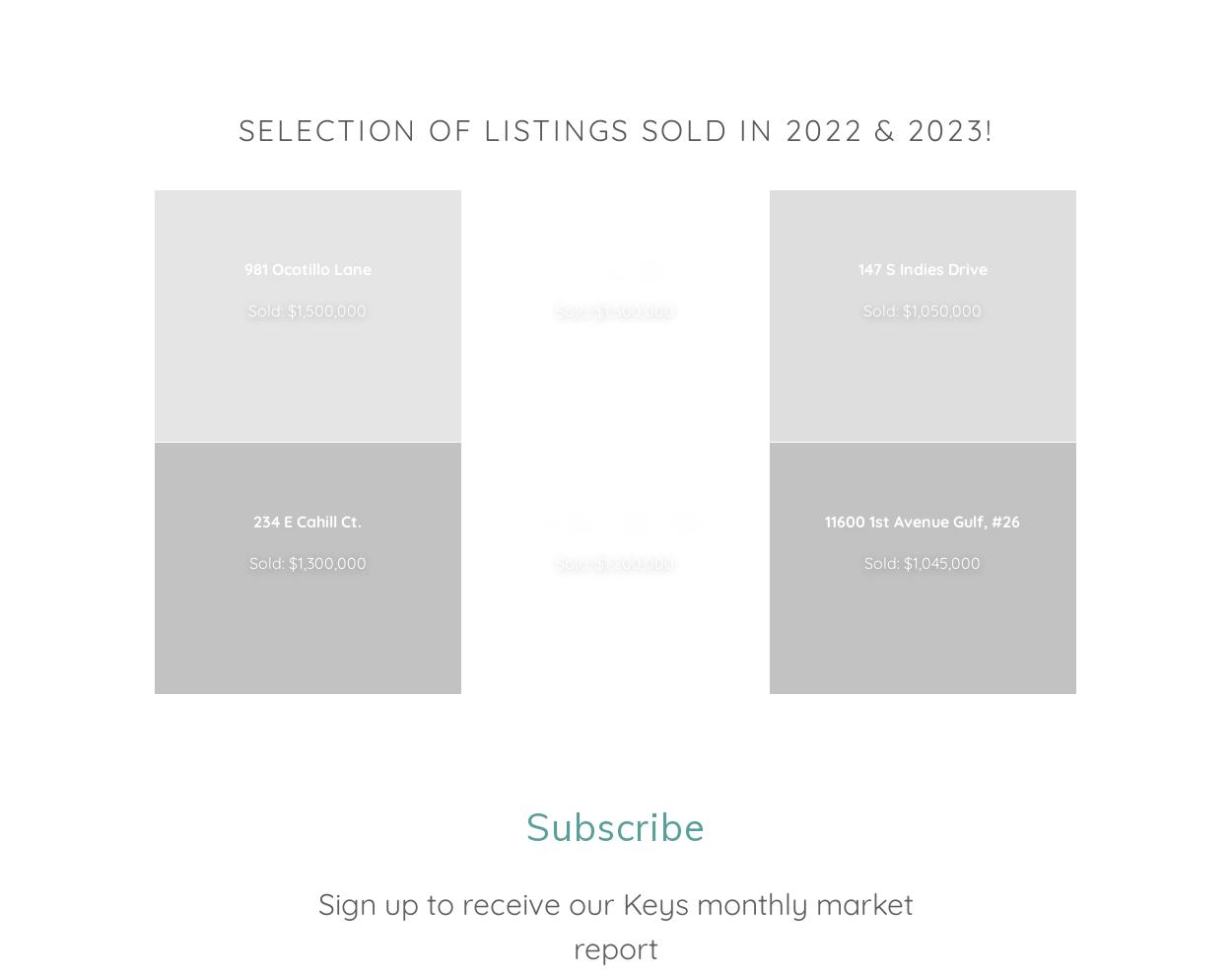  What do you see at coordinates (864, 562) in the screenshot?
I see `'Sold: $1,045,000'` at bounding box center [864, 562].